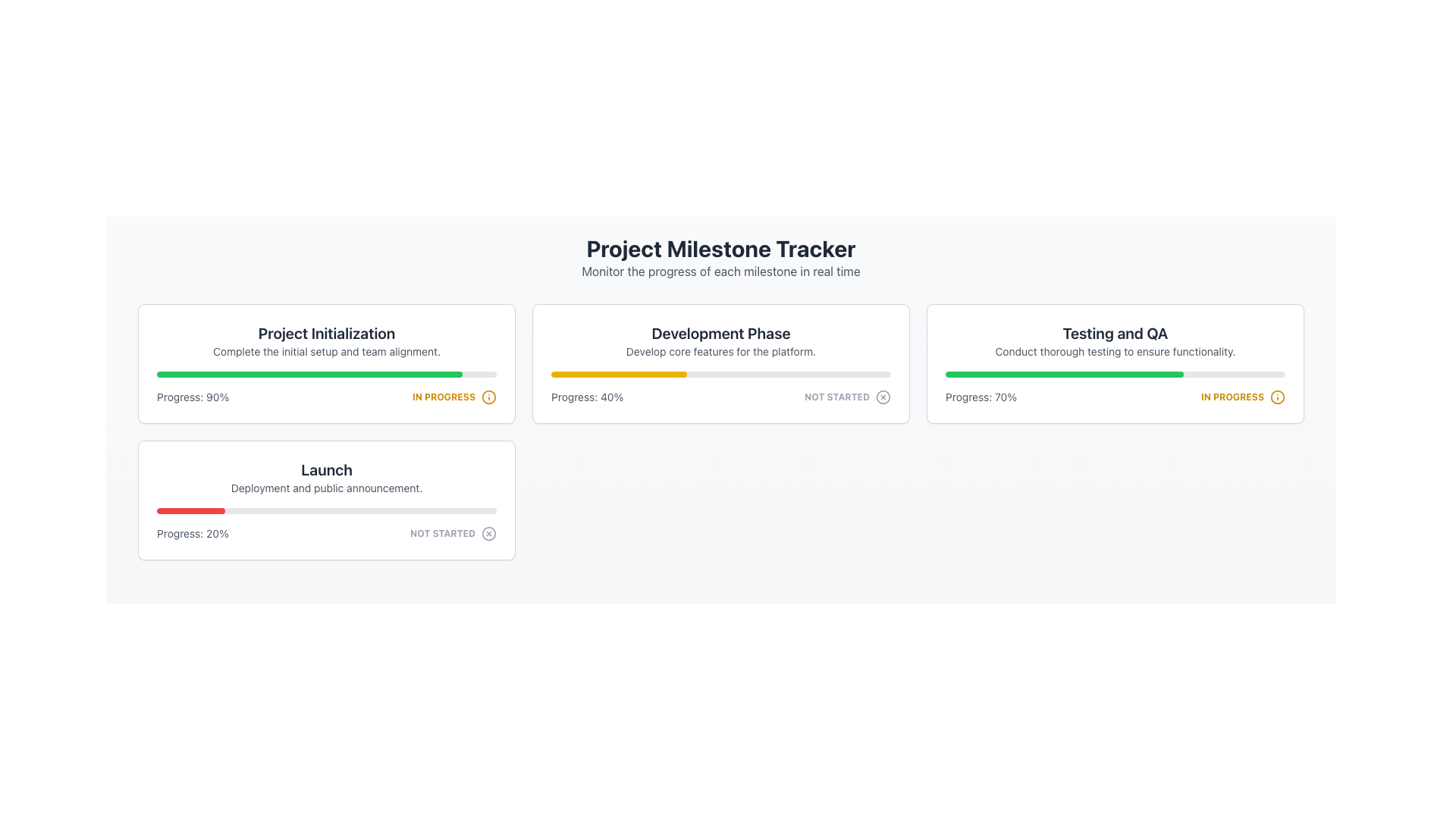  What do you see at coordinates (720, 247) in the screenshot?
I see `main title text header located at the top of the content section, which indicates the purpose of the displayed content` at bounding box center [720, 247].